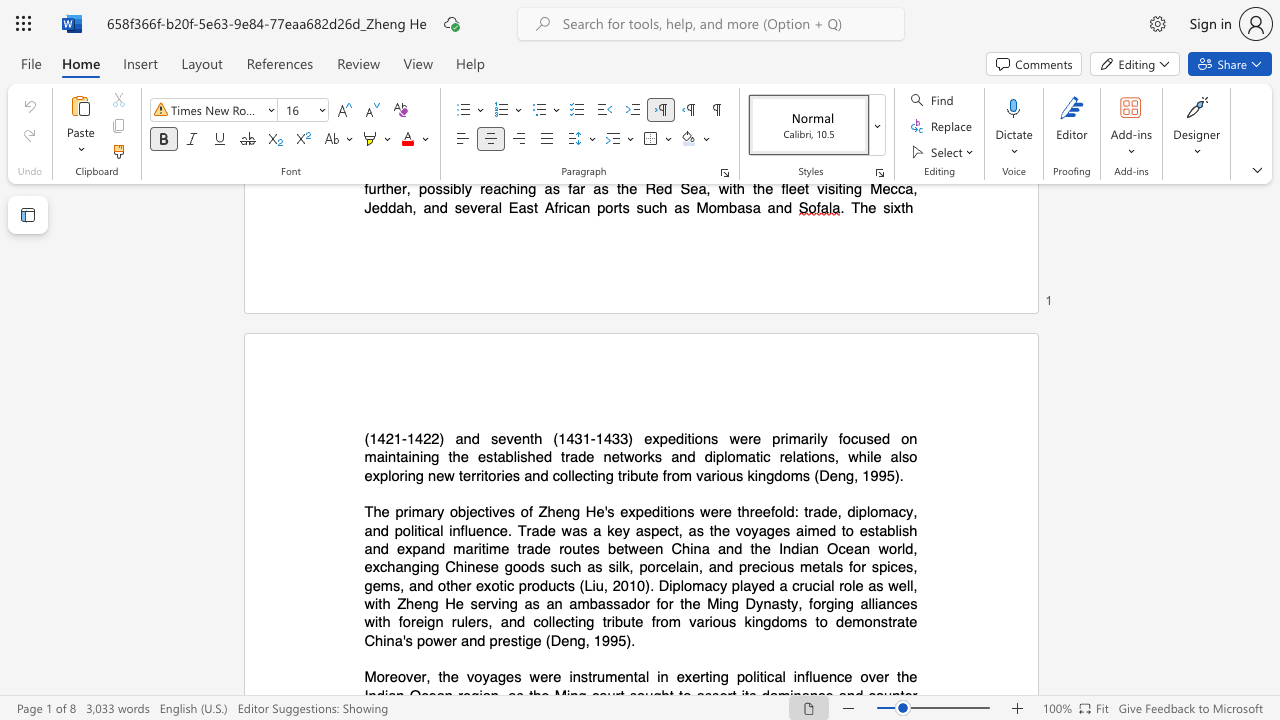 Image resolution: width=1280 pixels, height=720 pixels. I want to click on the subset text "e primar" within the text "The primary", so click(381, 511).